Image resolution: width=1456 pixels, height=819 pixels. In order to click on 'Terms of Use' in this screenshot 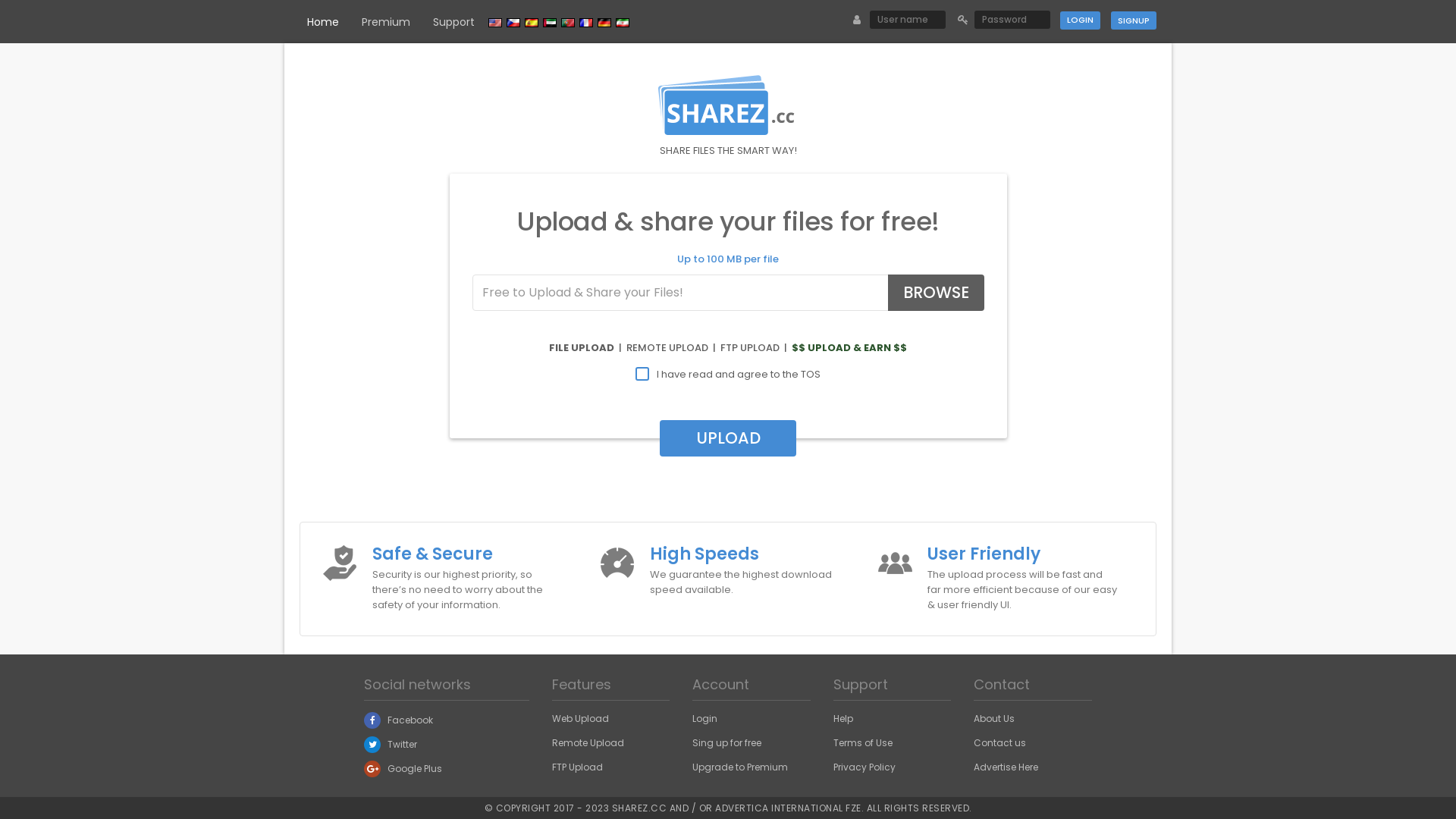, I will do `click(862, 742)`.